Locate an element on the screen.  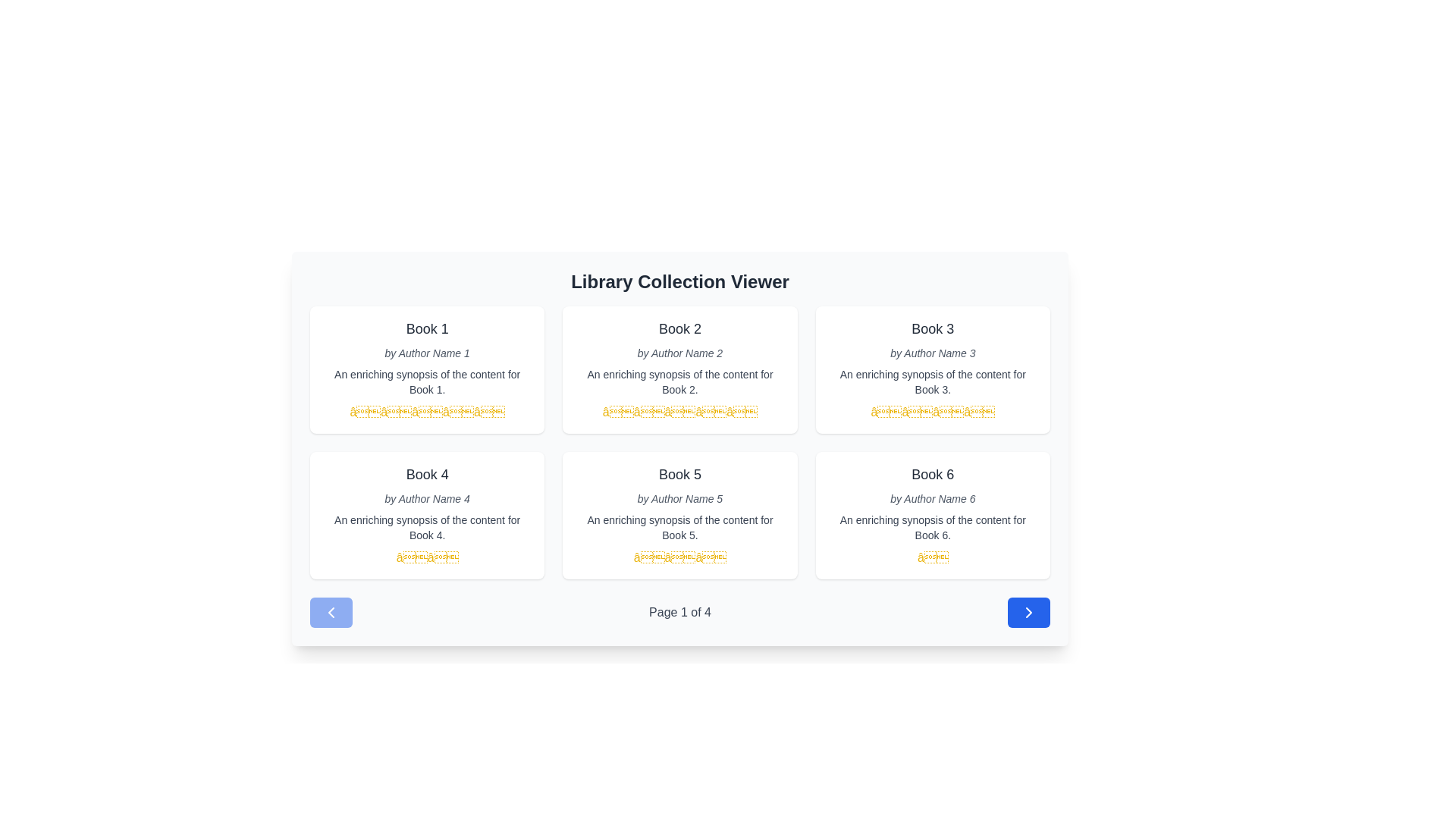
the icon located in the bottom left corner of the interface, which serves as a visual indicator for navigating to the previous page in the collection viewer is located at coordinates (330, 611).